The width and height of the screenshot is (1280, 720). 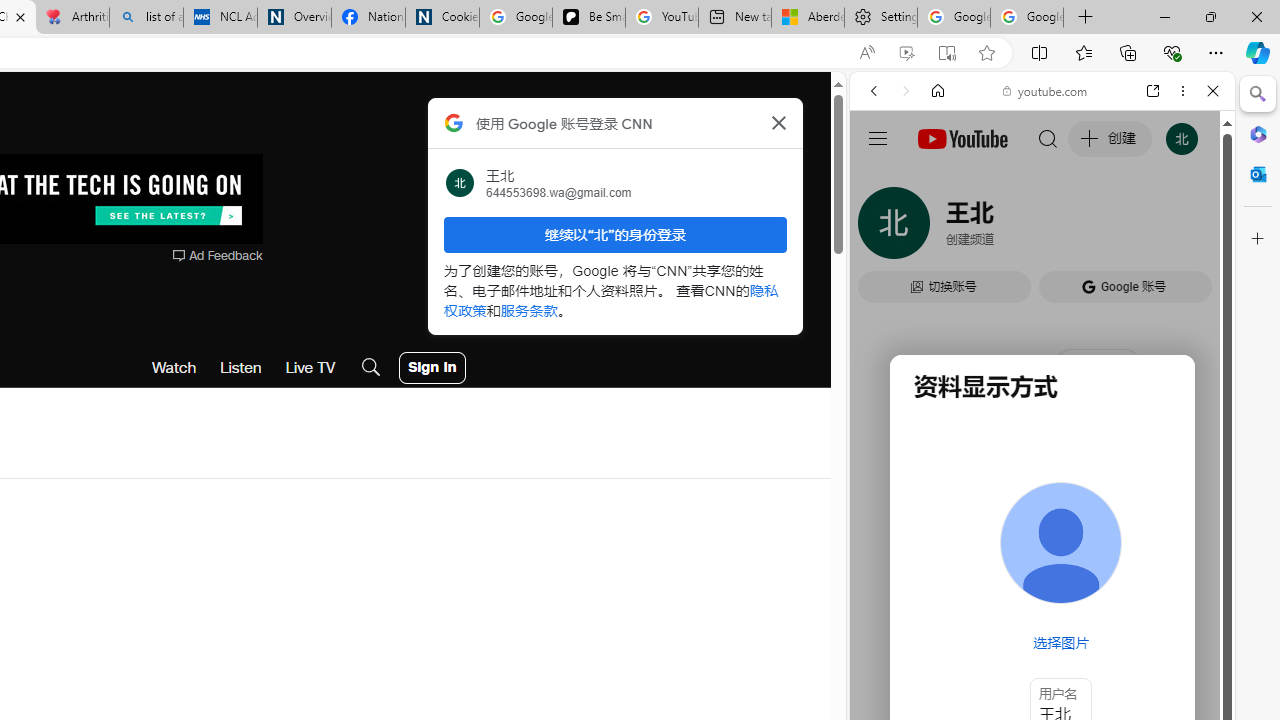 I want to click on 'Search Filter, IMAGES', so click(x=939, y=227).